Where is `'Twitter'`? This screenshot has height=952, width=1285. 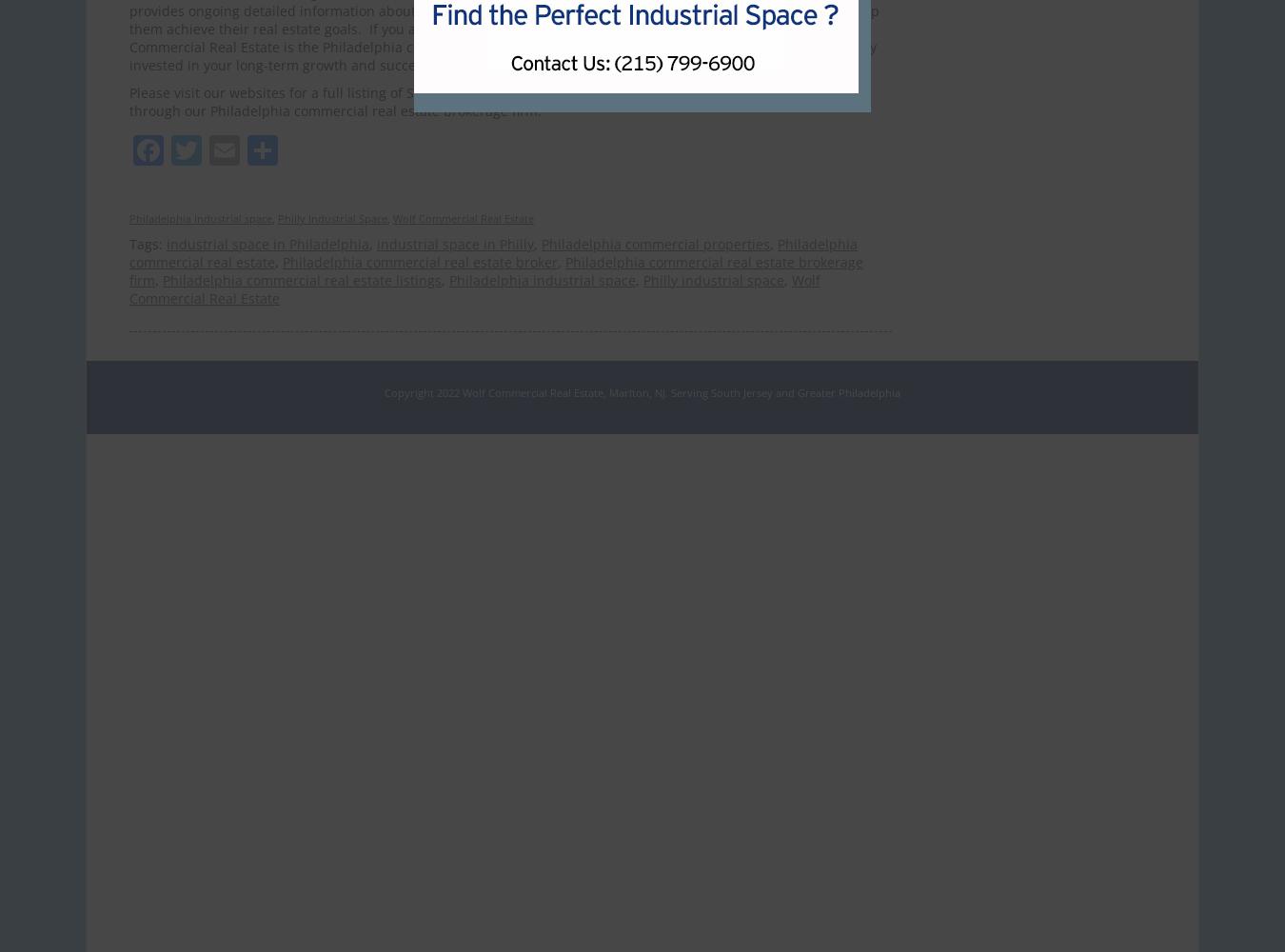
'Twitter' is located at coordinates (250, 149).